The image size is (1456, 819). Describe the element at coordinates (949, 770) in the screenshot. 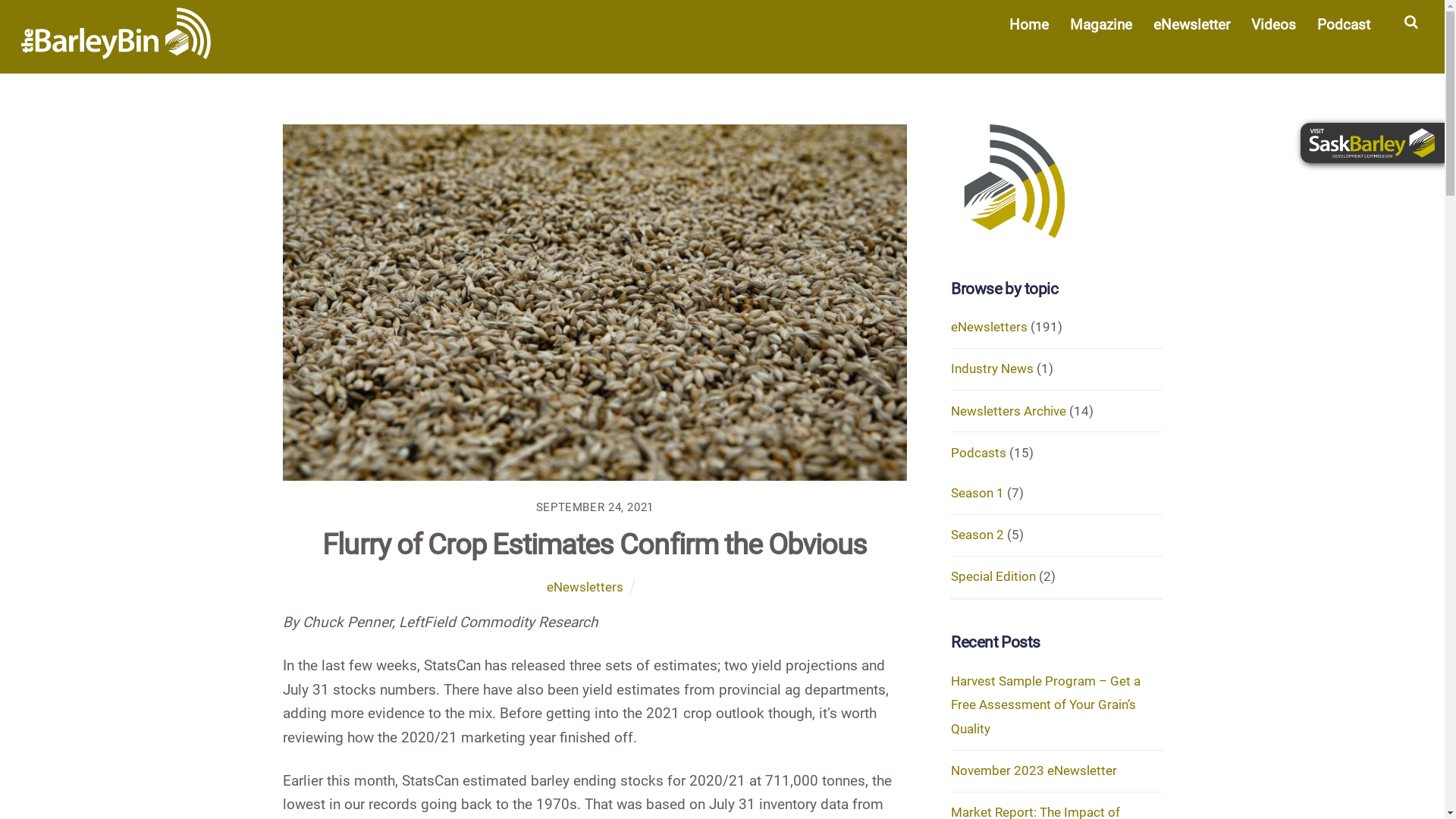

I see `'November 2023 eNewsletter'` at that location.